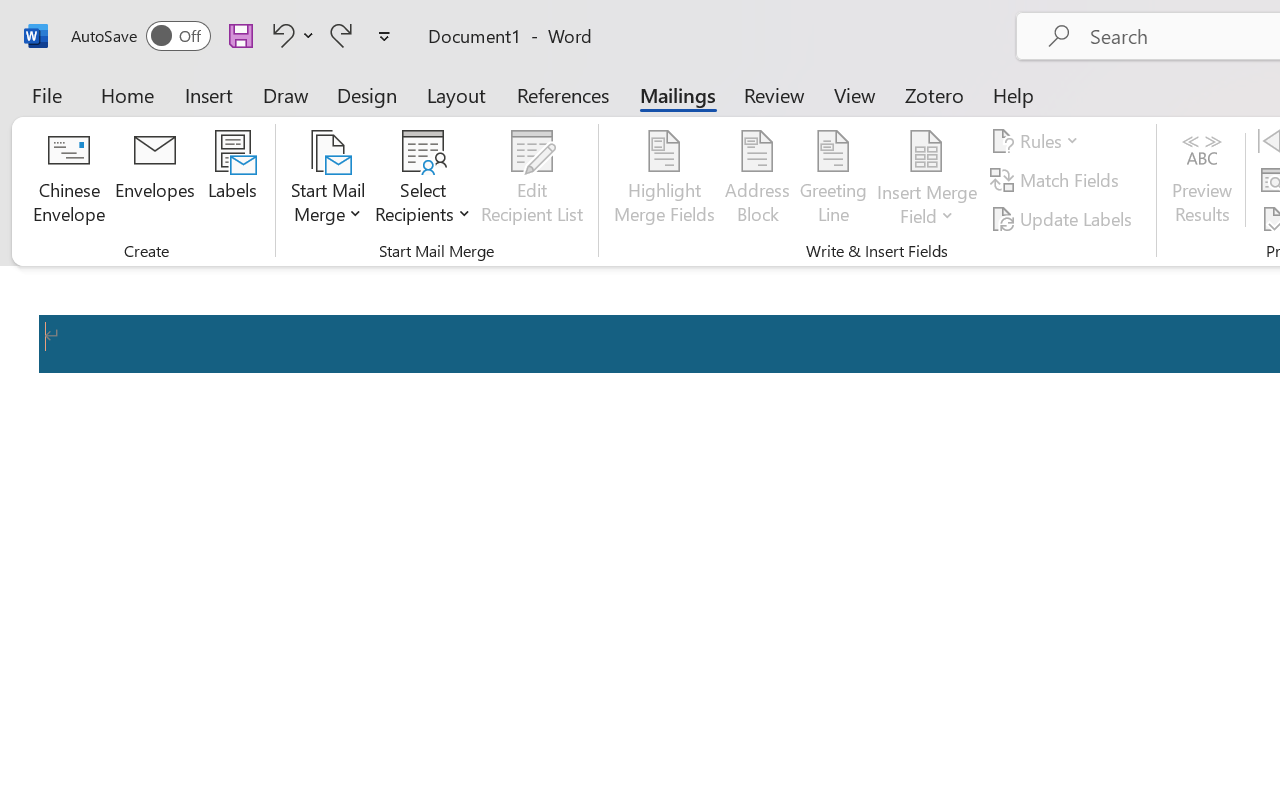 The width and height of the screenshot is (1280, 800). I want to click on 'Envelopes...', so click(154, 179).